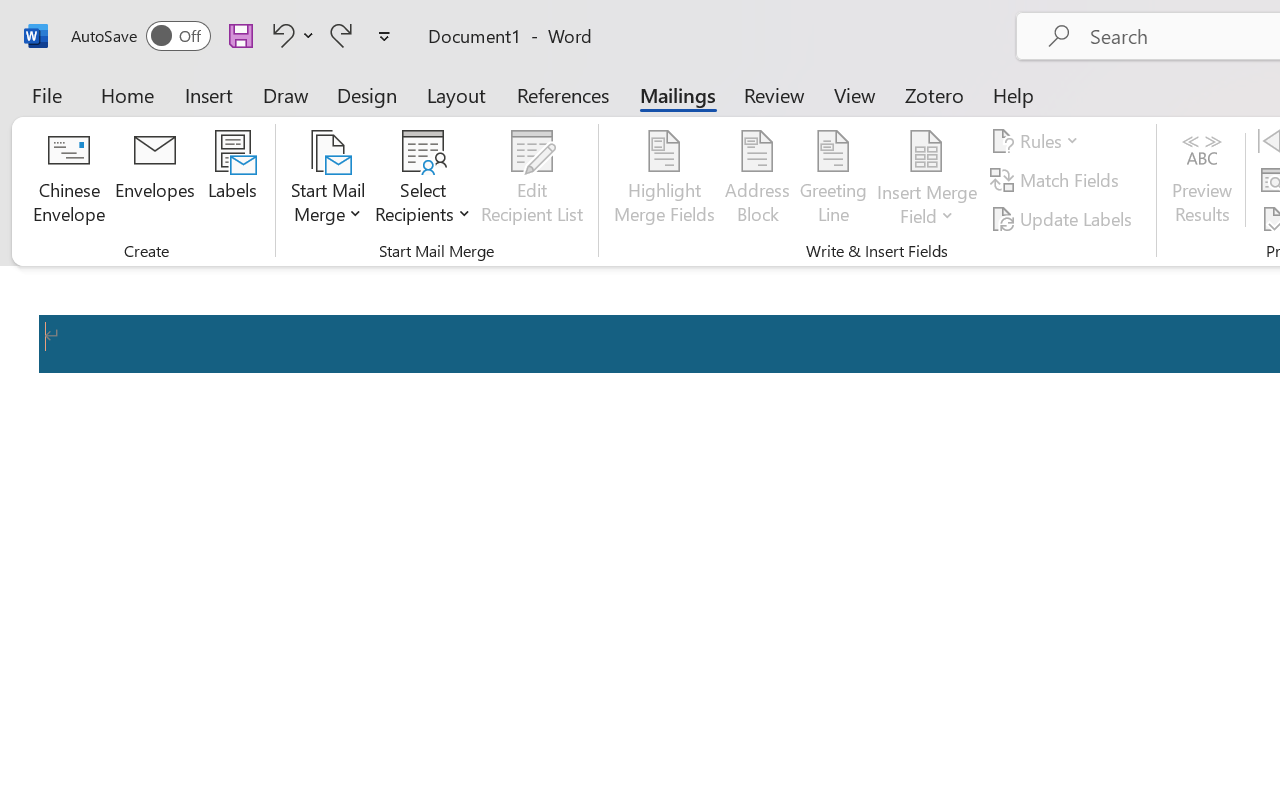 The width and height of the screenshot is (1280, 800). I want to click on 'Envelopes...', so click(154, 179).